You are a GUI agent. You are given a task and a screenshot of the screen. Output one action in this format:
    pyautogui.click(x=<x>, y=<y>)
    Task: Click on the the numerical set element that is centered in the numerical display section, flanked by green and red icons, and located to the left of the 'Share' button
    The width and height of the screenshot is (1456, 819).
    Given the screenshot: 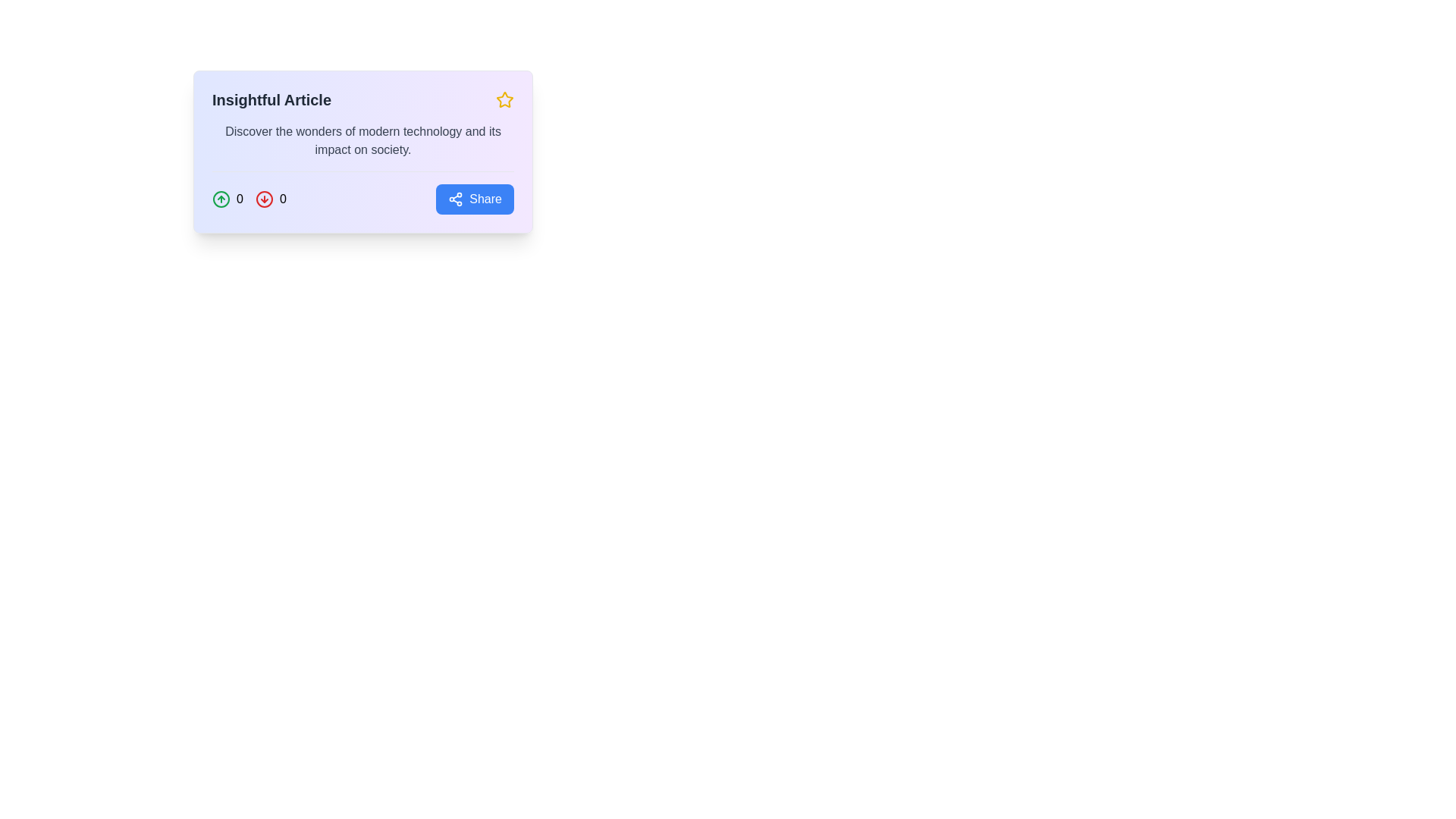 What is the action you would take?
    pyautogui.click(x=249, y=198)
    